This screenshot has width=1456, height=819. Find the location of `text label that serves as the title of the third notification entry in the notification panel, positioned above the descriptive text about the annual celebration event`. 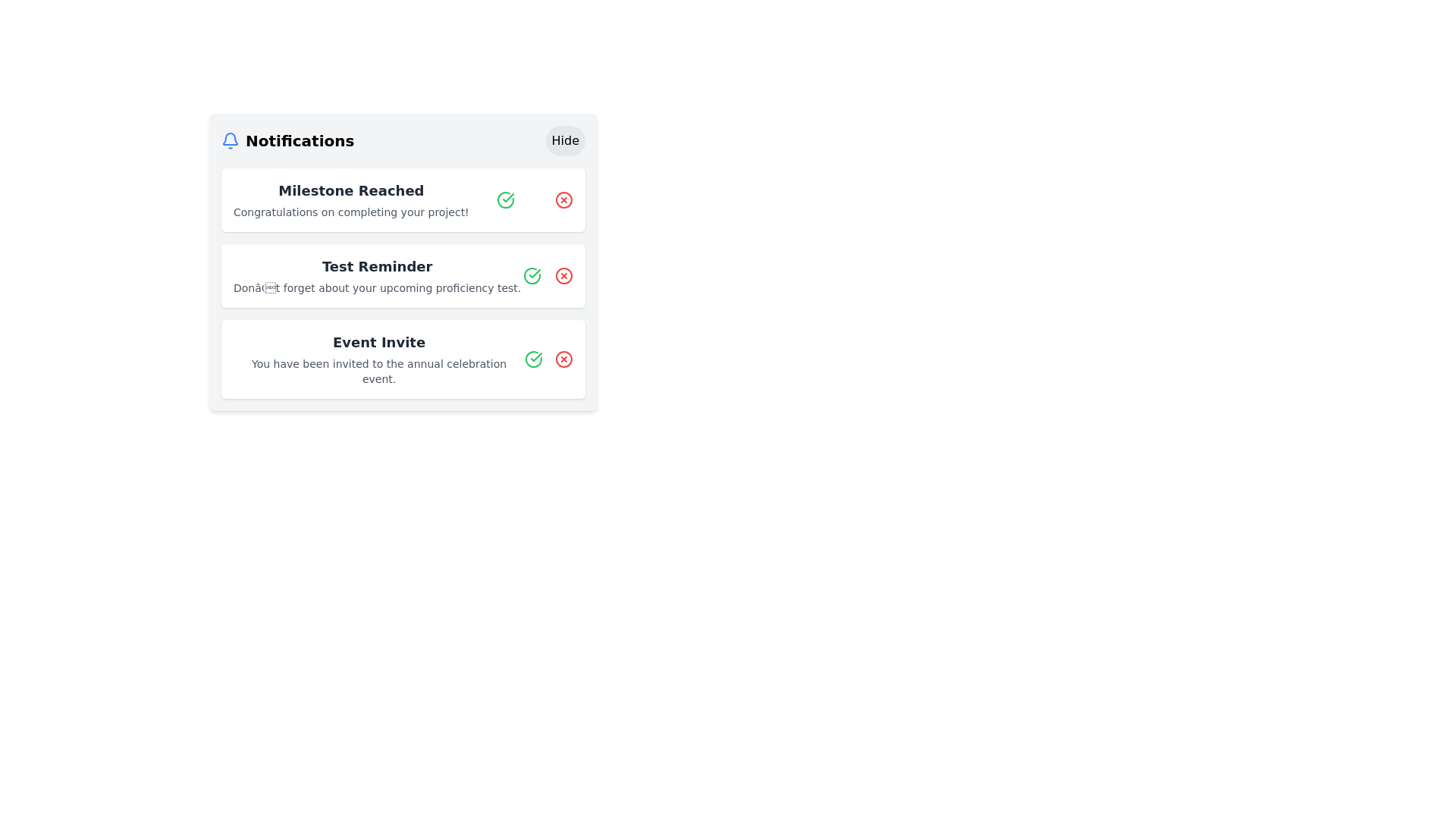

text label that serves as the title of the third notification entry in the notification panel, positioned above the descriptive text about the annual celebration event is located at coordinates (378, 342).